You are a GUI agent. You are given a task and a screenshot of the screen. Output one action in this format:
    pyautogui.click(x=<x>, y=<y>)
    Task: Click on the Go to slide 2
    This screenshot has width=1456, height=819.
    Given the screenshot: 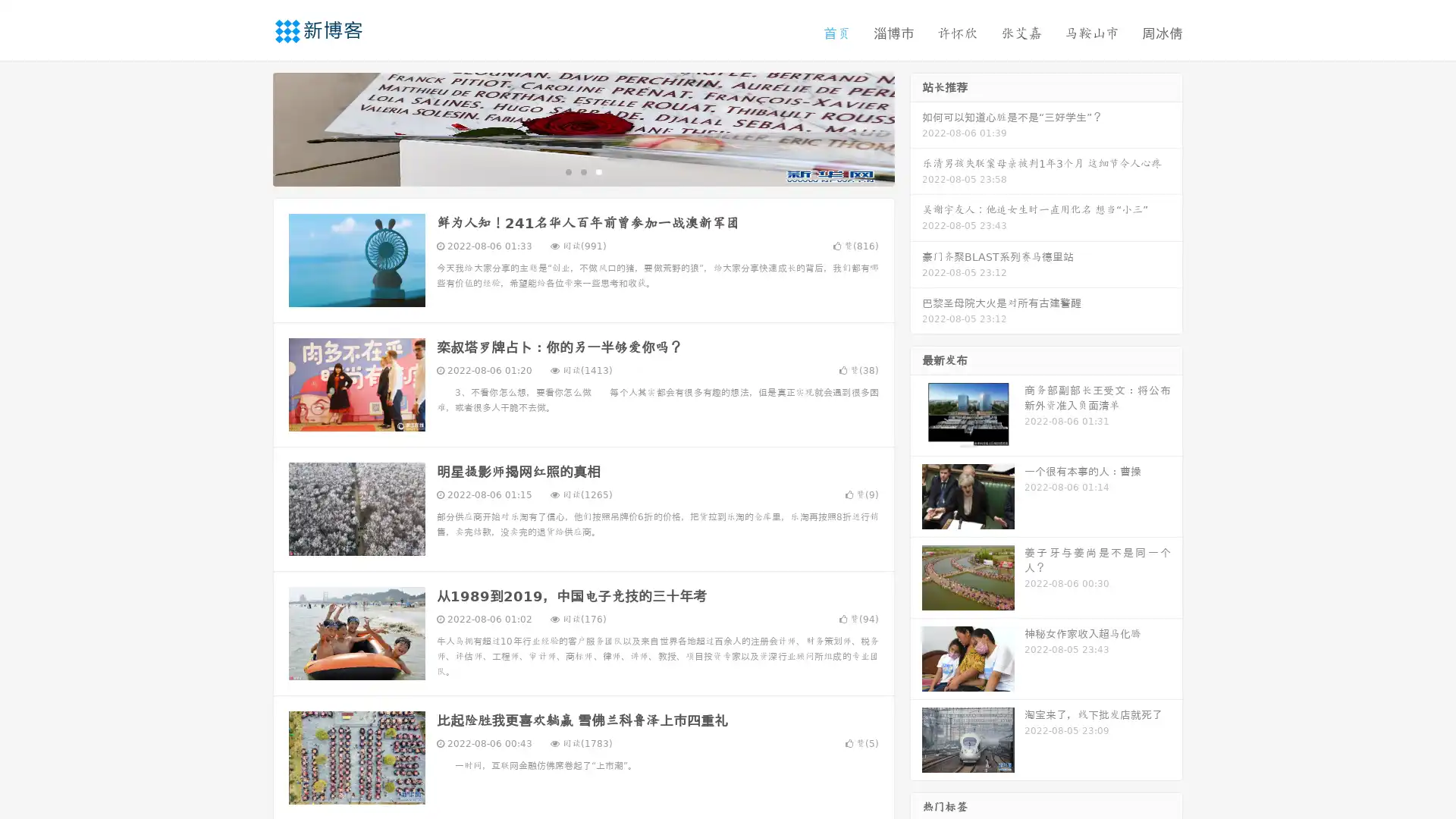 What is the action you would take?
    pyautogui.click(x=582, y=171)
    